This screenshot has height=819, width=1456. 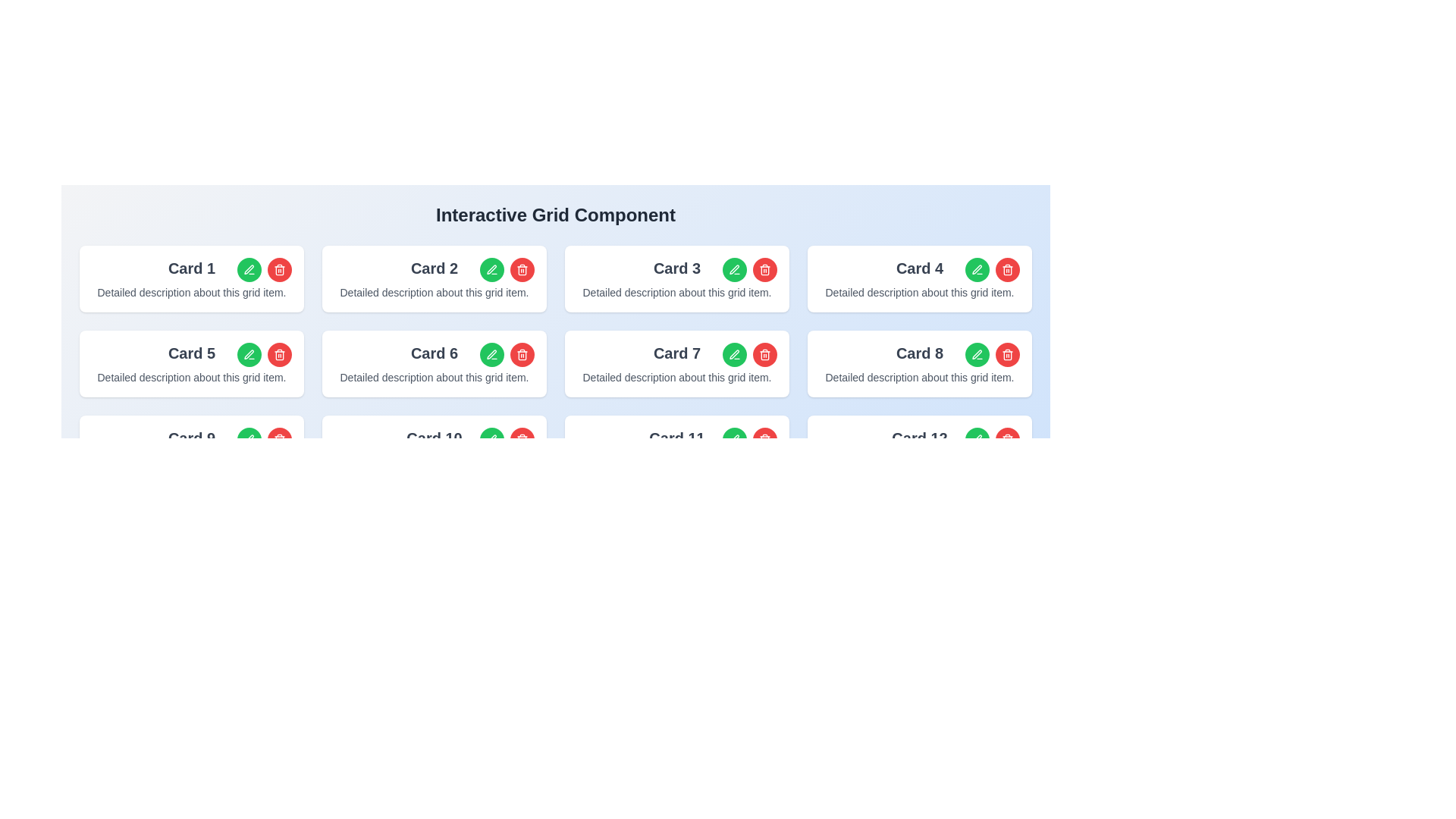 I want to click on the static text label 'Card 7', which is styled with bold black text and is located in the second row, third column of the grid layout, so click(x=676, y=353).